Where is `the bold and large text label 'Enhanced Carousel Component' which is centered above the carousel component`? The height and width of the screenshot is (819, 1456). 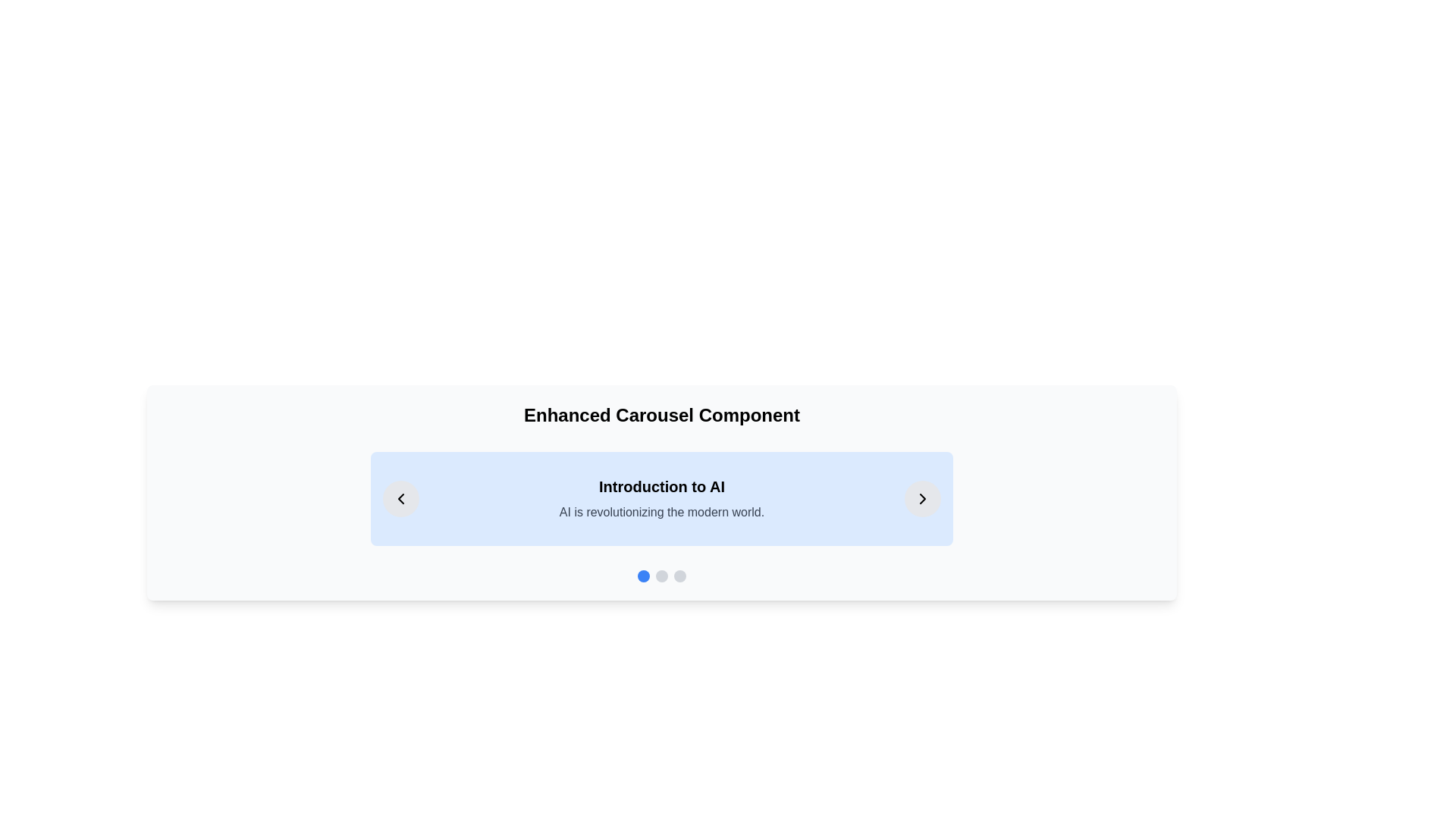
the bold and large text label 'Enhanced Carousel Component' which is centered above the carousel component is located at coordinates (662, 415).